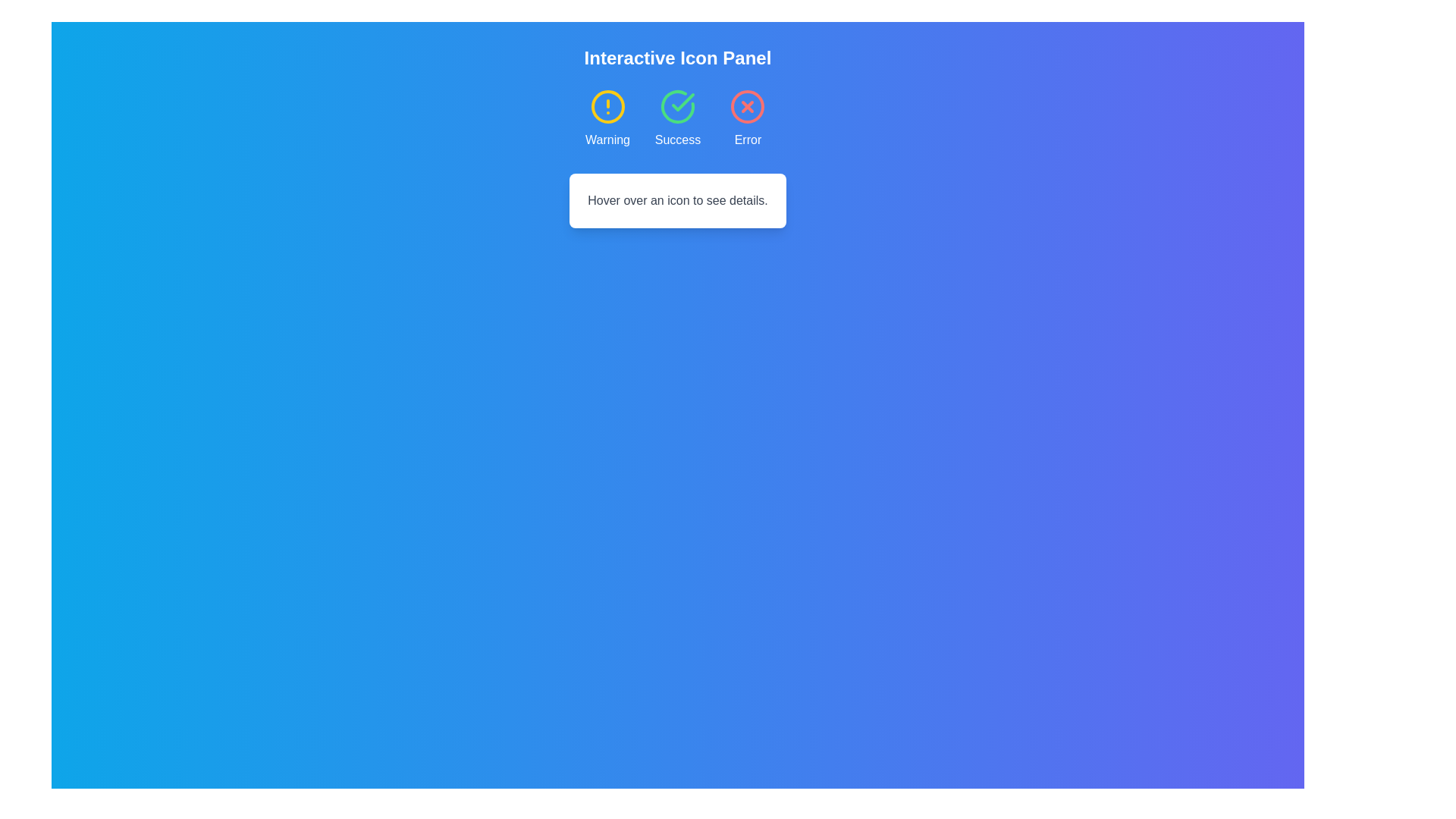 This screenshot has height=819, width=1456. I want to click on the check mark icon inside the circular green background, which represents success among the icons labeled 'Warning,' 'Success,' and 'Error.', so click(682, 102).